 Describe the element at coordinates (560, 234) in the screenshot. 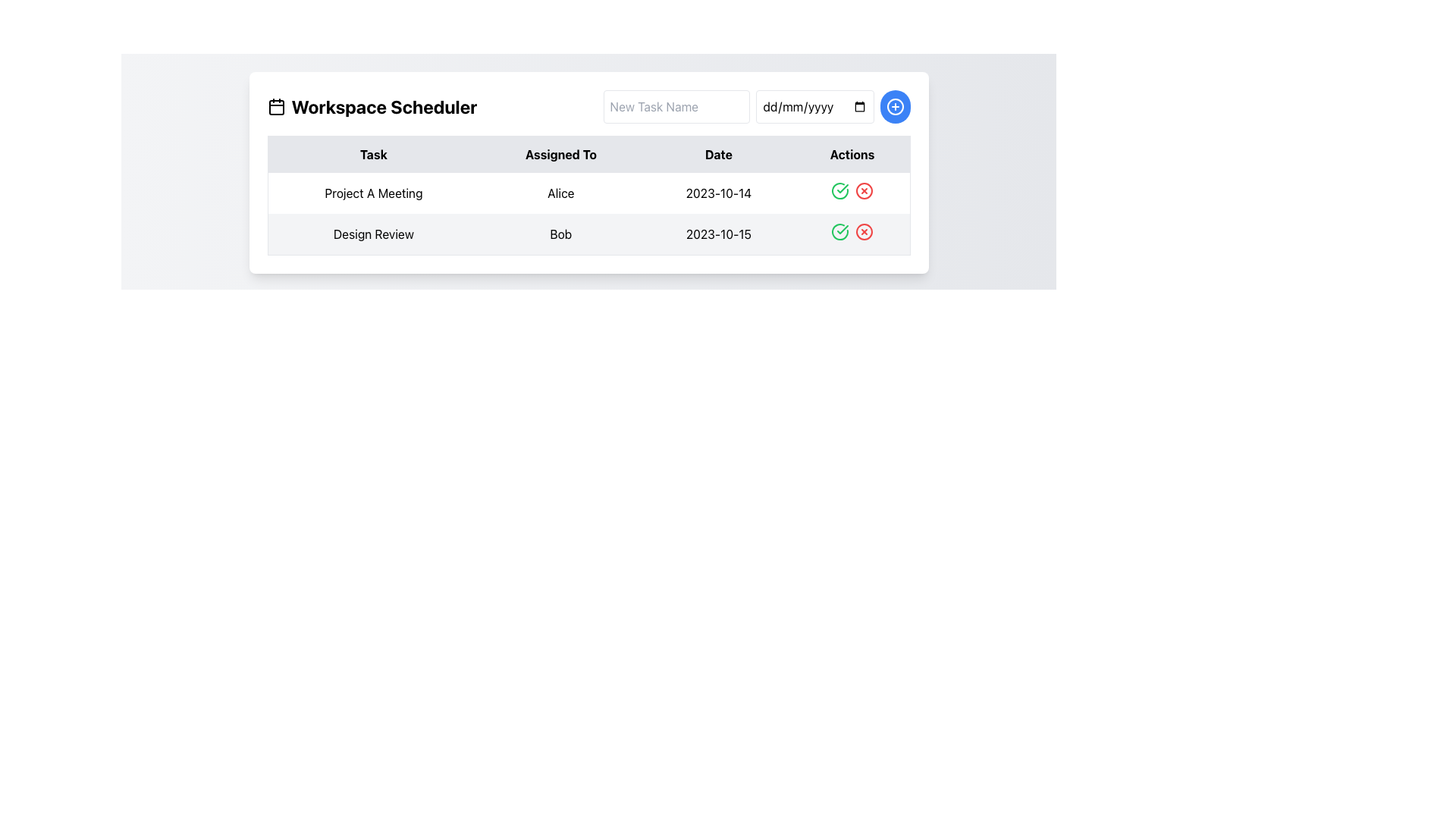

I see `the assignee's name in the second row of the 'Assigned To' column in the 'Workspace Scheduler' table` at that location.